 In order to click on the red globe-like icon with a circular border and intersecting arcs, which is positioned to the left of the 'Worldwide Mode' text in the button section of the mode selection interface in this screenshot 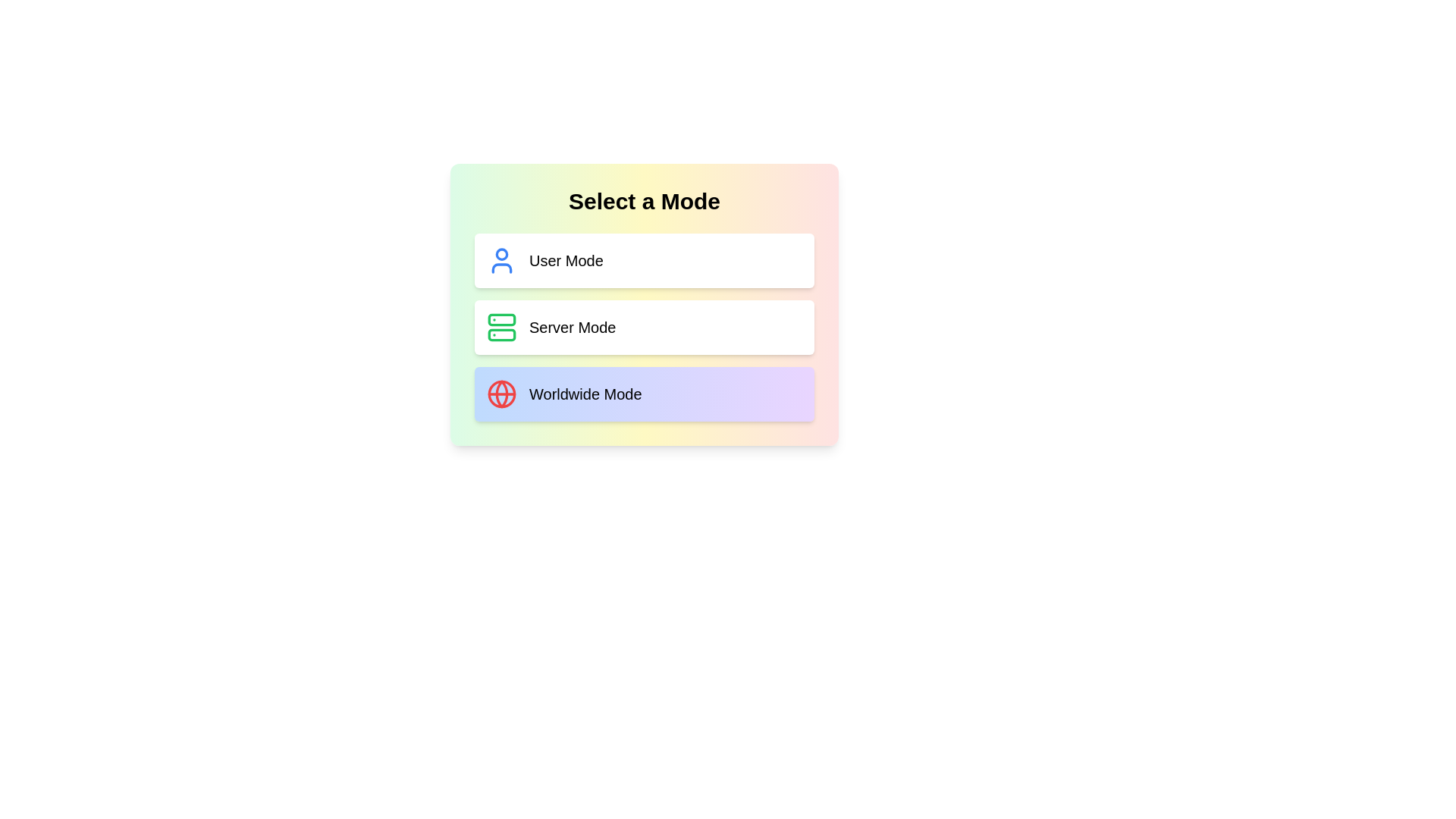, I will do `click(502, 394)`.